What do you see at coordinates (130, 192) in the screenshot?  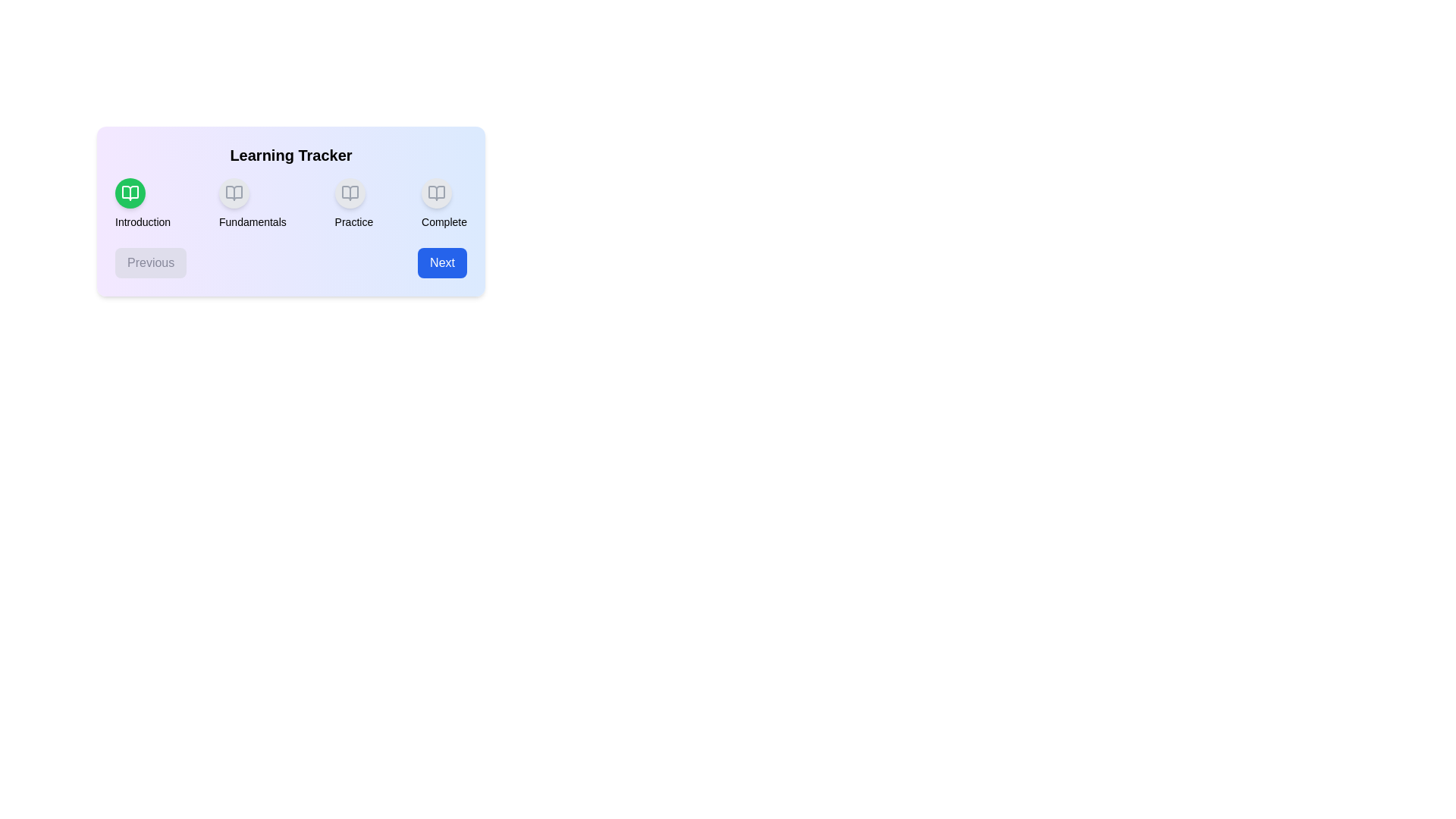 I see `the circular icon with a green background and a white open book symbol, which is the leftmost of four icons at the top of the 'Learning Tracker' card` at bounding box center [130, 192].